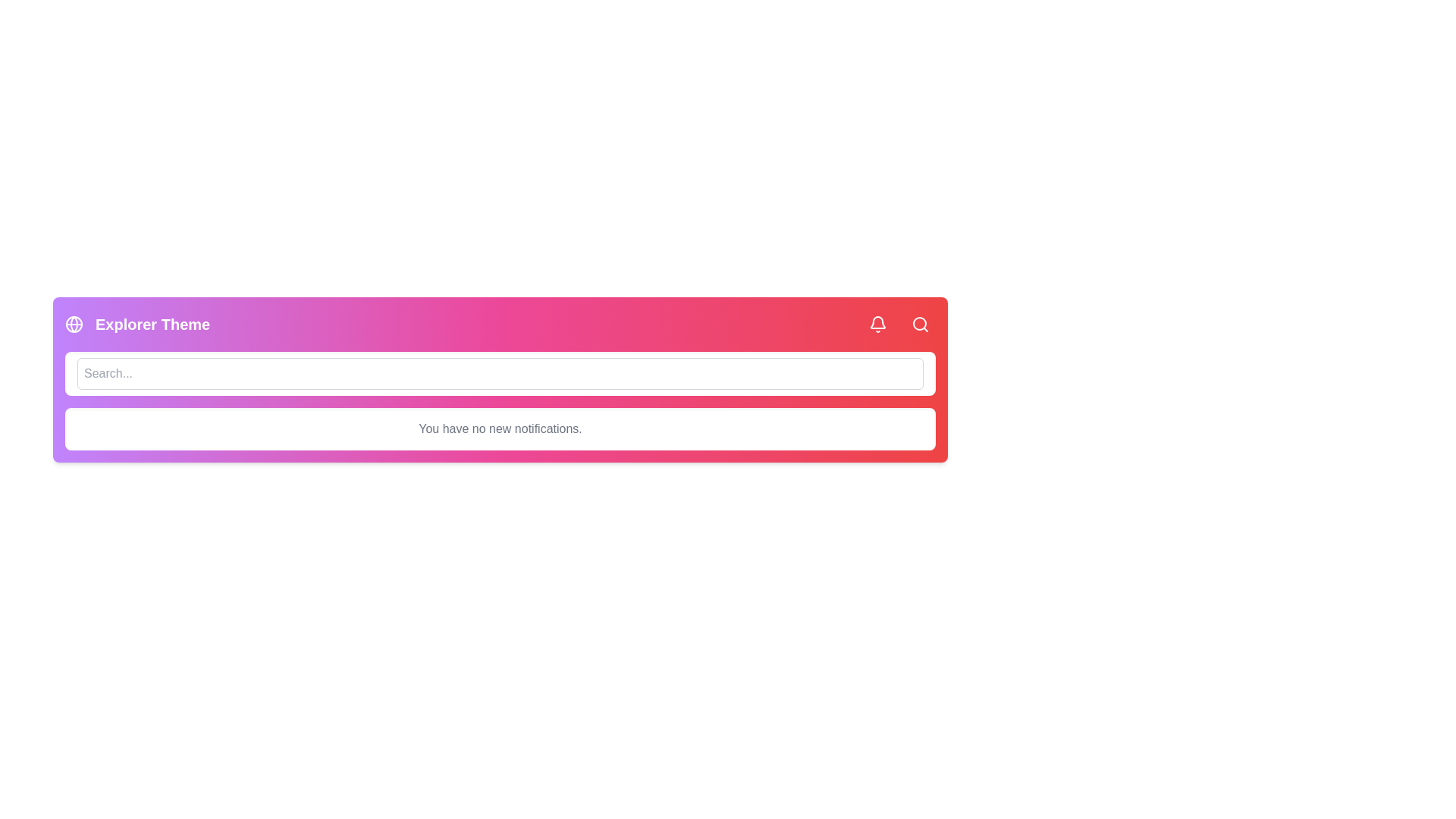  I want to click on the circular globe icon with a thin line art design, which is the first element on the left in the gradient header section, so click(73, 324).